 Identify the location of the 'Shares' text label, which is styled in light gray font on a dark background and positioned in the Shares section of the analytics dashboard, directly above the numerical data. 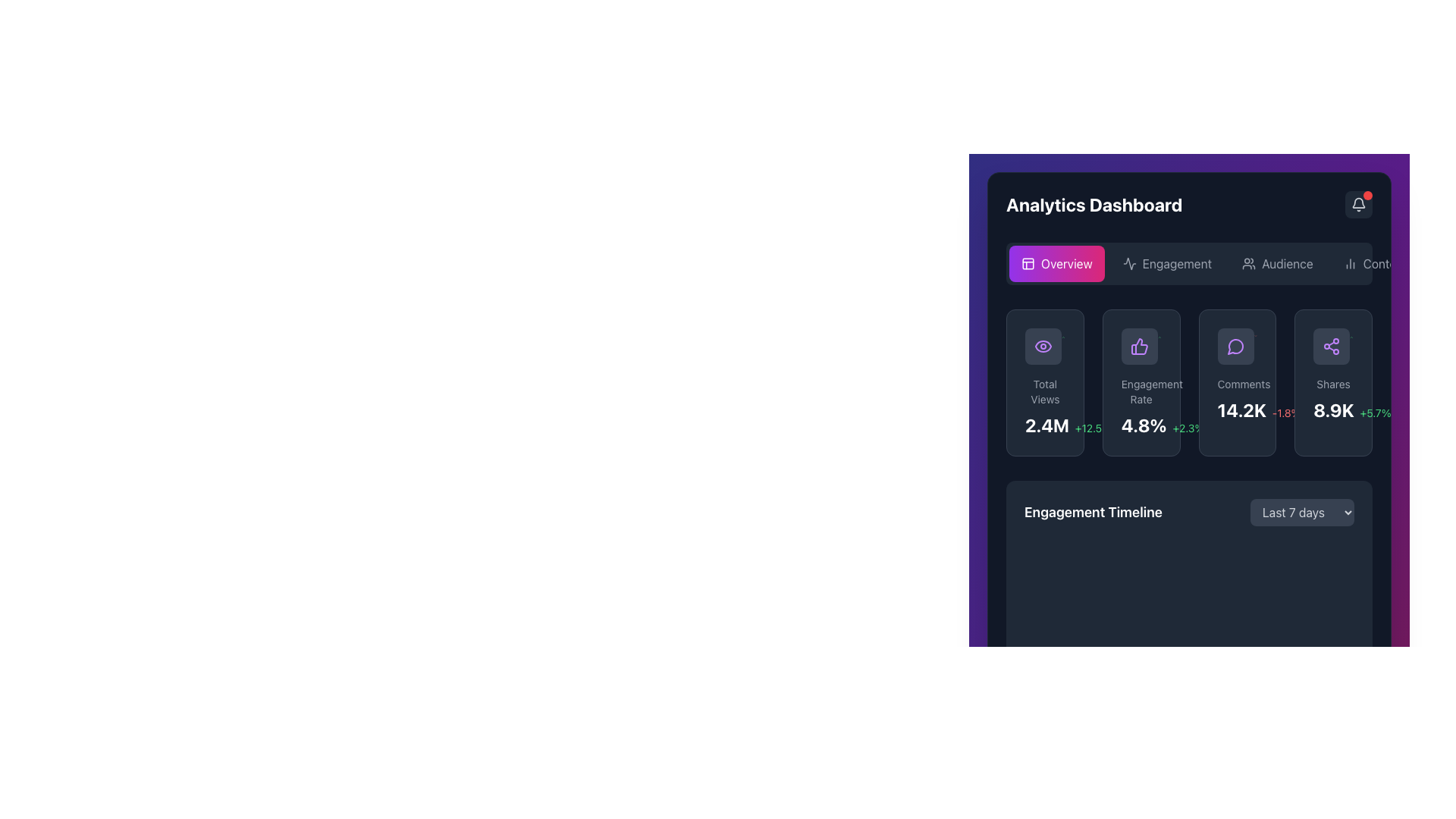
(1332, 383).